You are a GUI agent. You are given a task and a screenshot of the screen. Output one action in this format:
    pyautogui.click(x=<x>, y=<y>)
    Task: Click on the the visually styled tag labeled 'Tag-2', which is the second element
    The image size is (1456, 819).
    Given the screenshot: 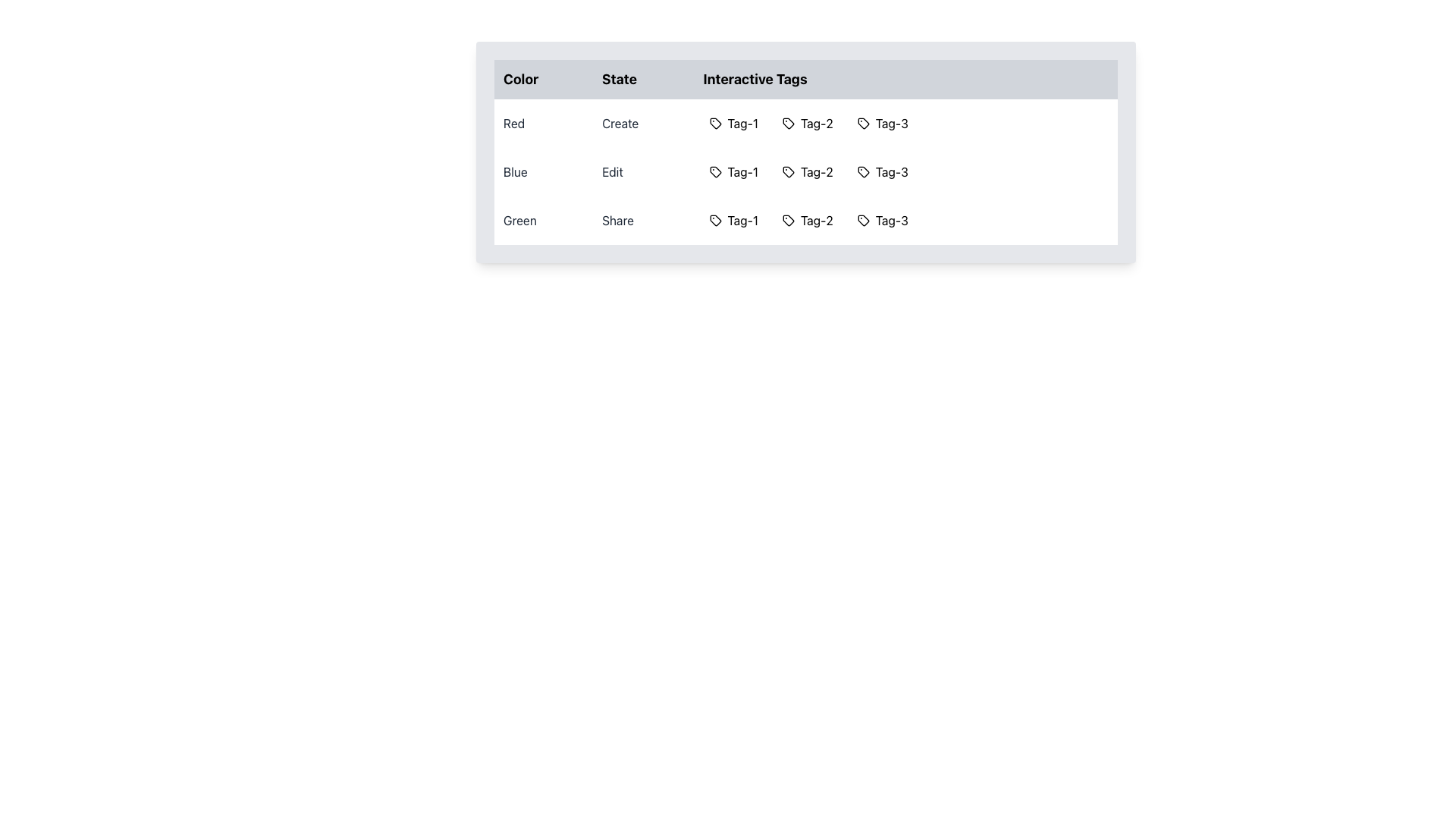 What is the action you would take?
    pyautogui.click(x=807, y=122)
    